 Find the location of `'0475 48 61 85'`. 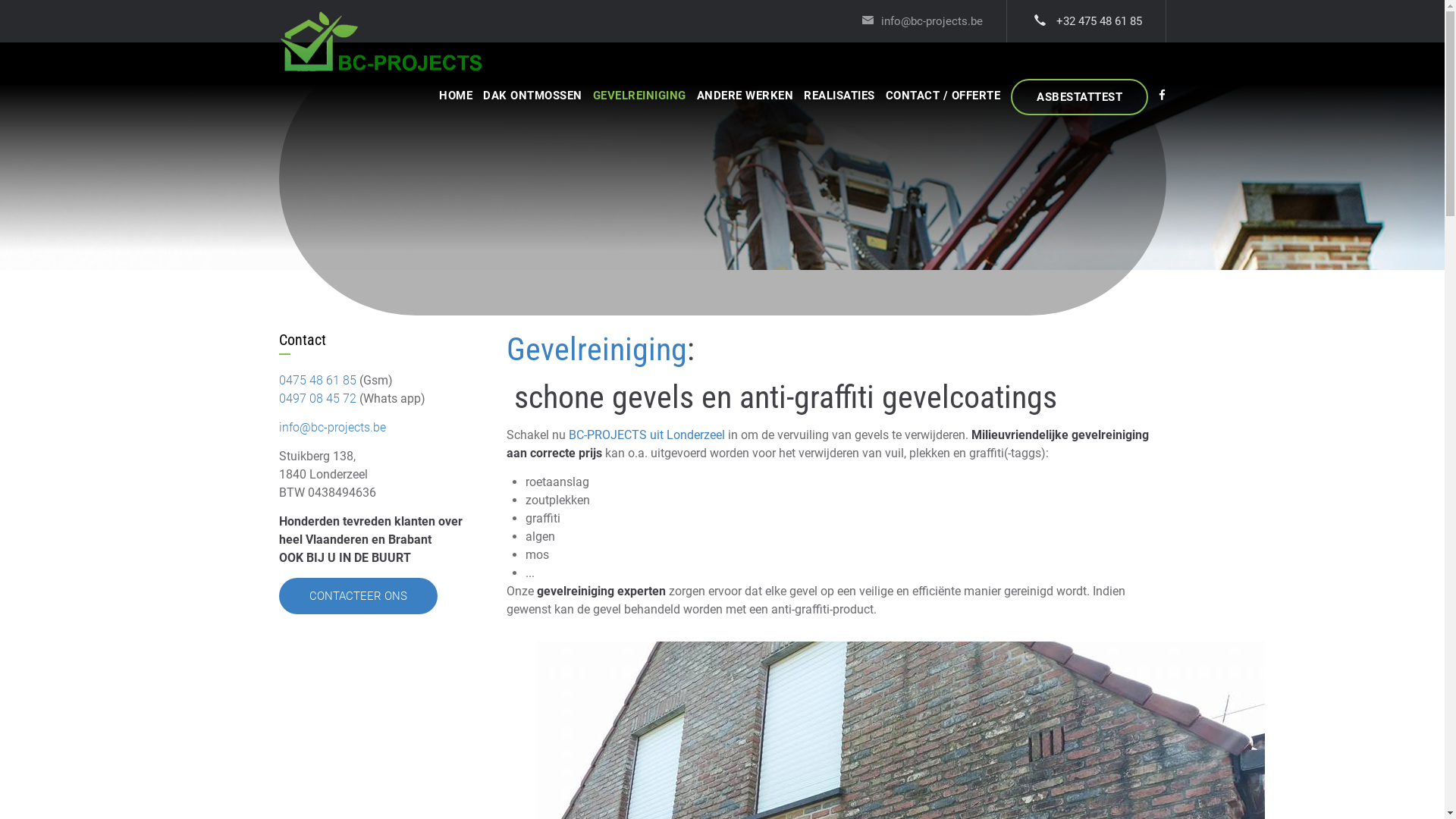

'0475 48 61 85' is located at coordinates (316, 379).